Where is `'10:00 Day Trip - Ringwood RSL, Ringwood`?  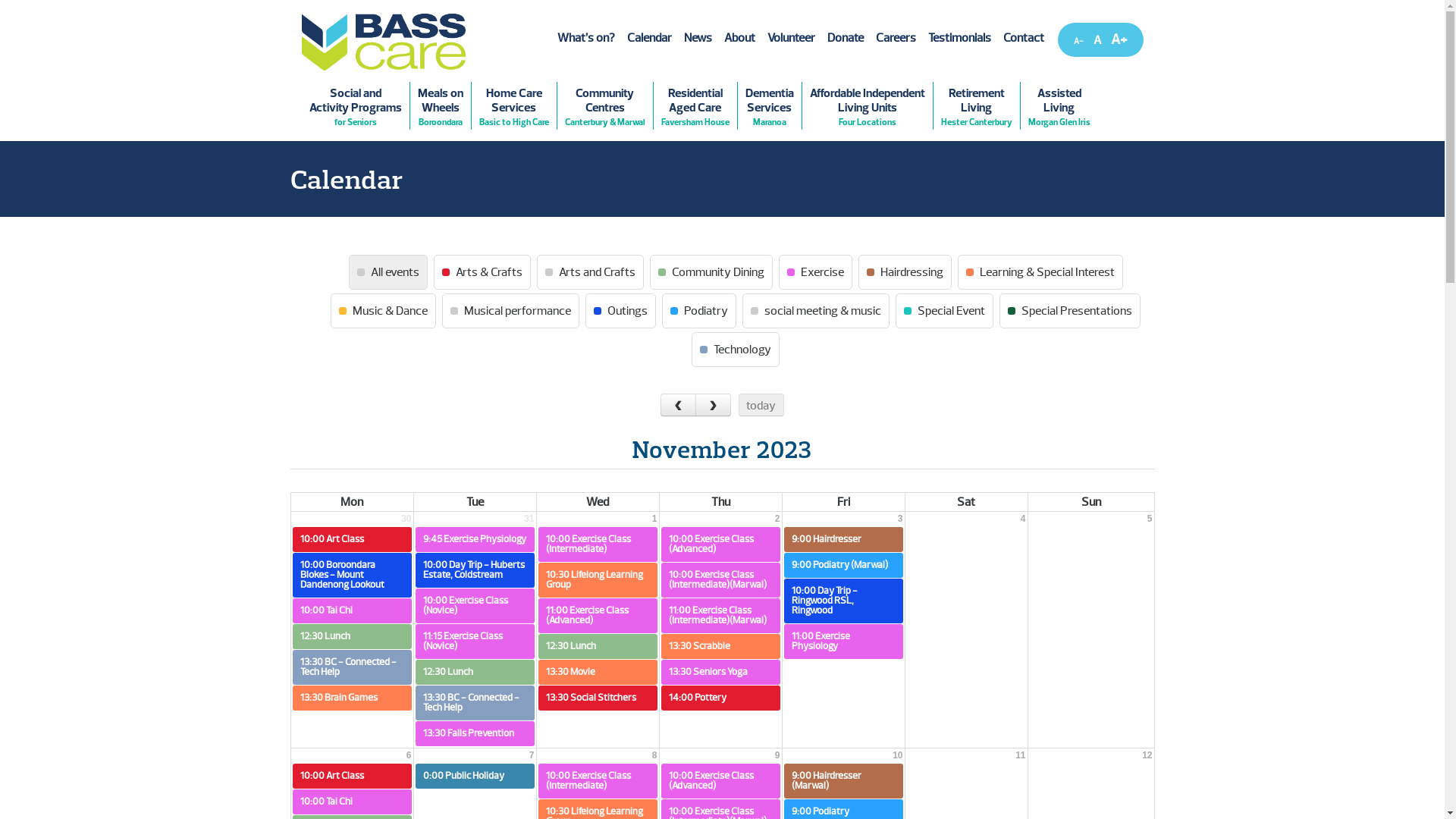 '10:00 Day Trip - Ringwood RSL, Ringwood is located at coordinates (843, 600).